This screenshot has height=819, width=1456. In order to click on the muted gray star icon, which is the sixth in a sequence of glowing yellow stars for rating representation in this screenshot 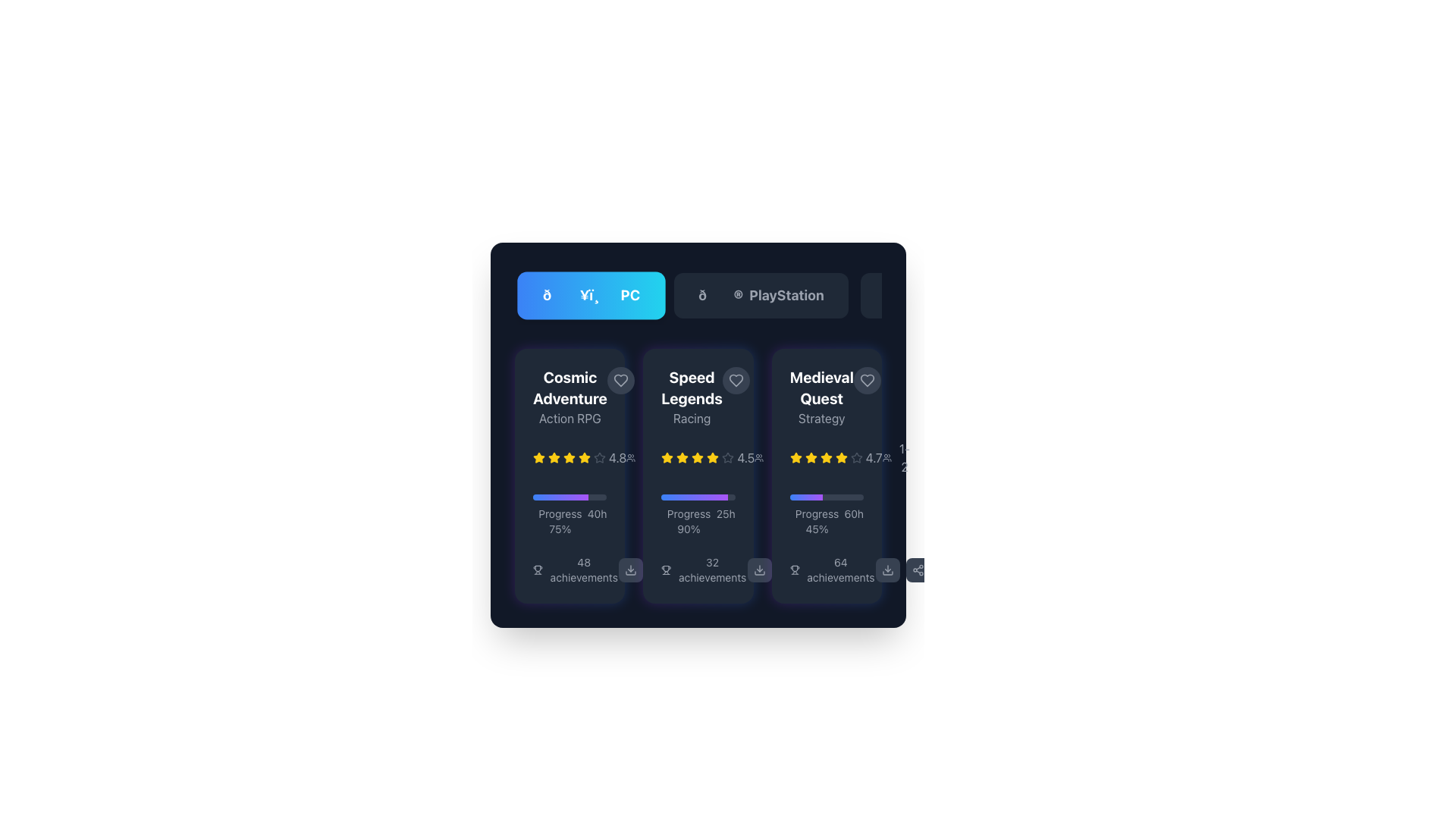, I will do `click(856, 457)`.